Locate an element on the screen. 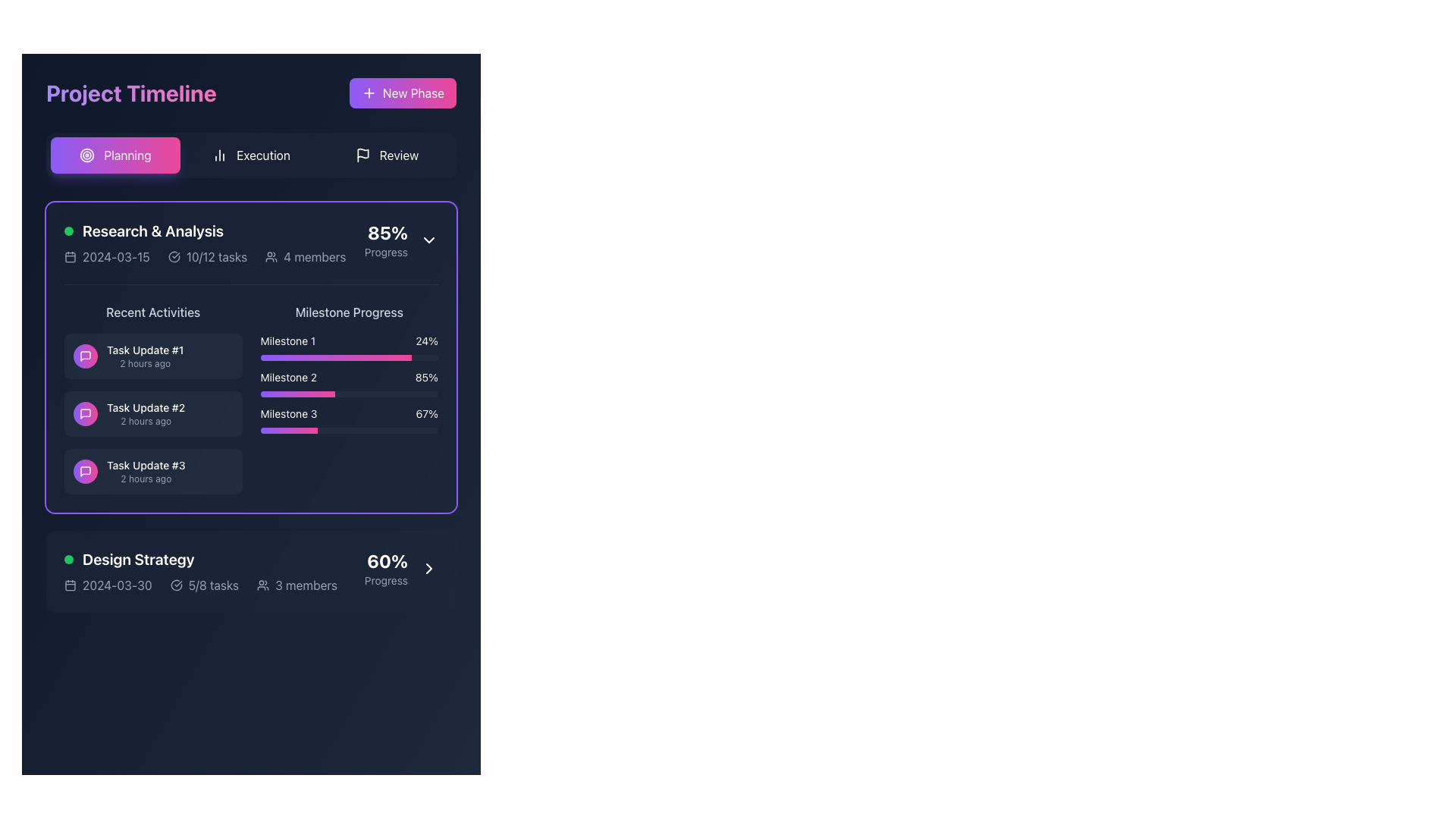  the circular check mark icon, which indicates task completion, located to the left of the '5/8 tasks' text in the bottom portion of the interface is located at coordinates (176, 584).